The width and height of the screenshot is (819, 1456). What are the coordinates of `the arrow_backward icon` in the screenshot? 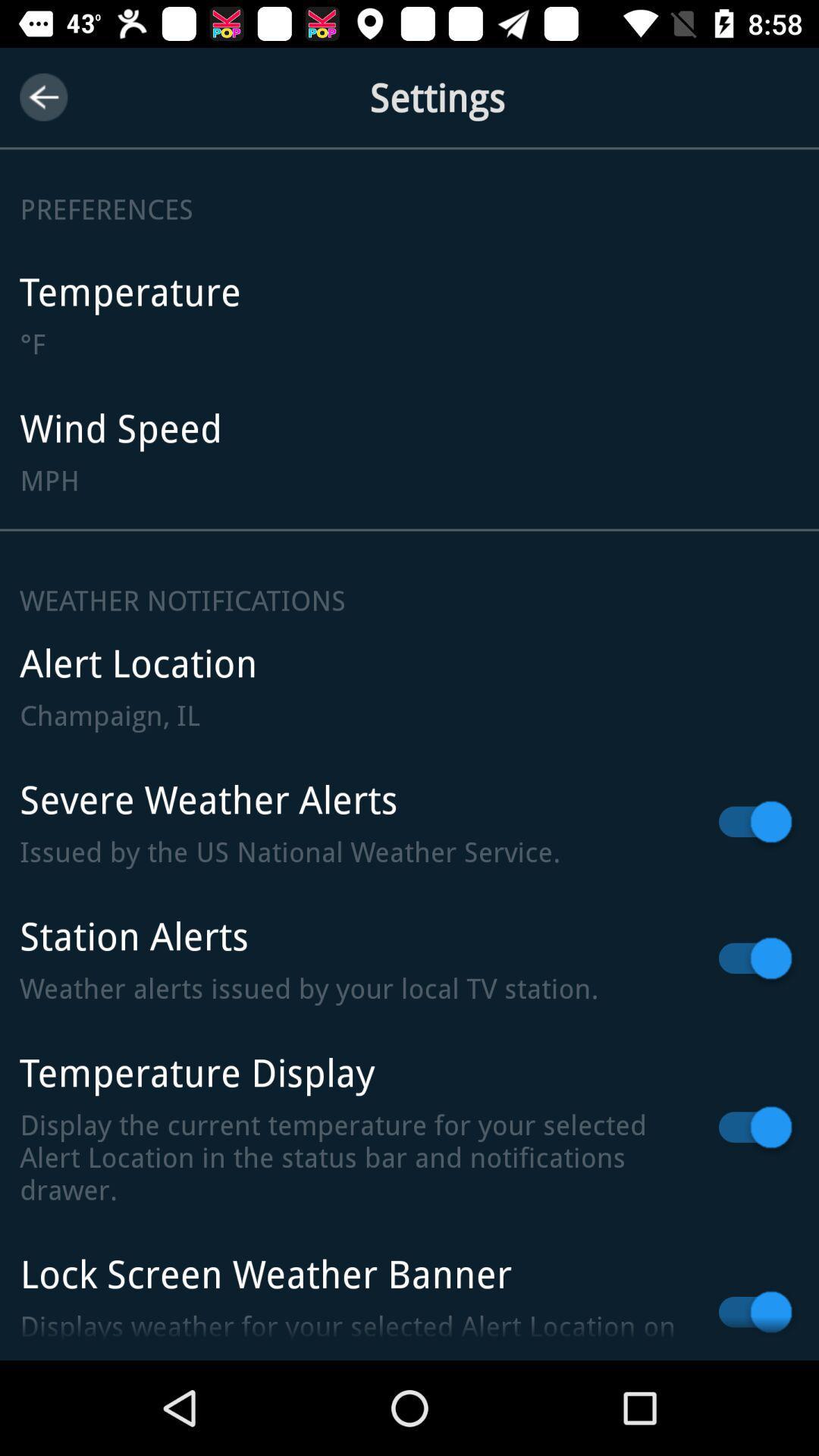 It's located at (42, 96).